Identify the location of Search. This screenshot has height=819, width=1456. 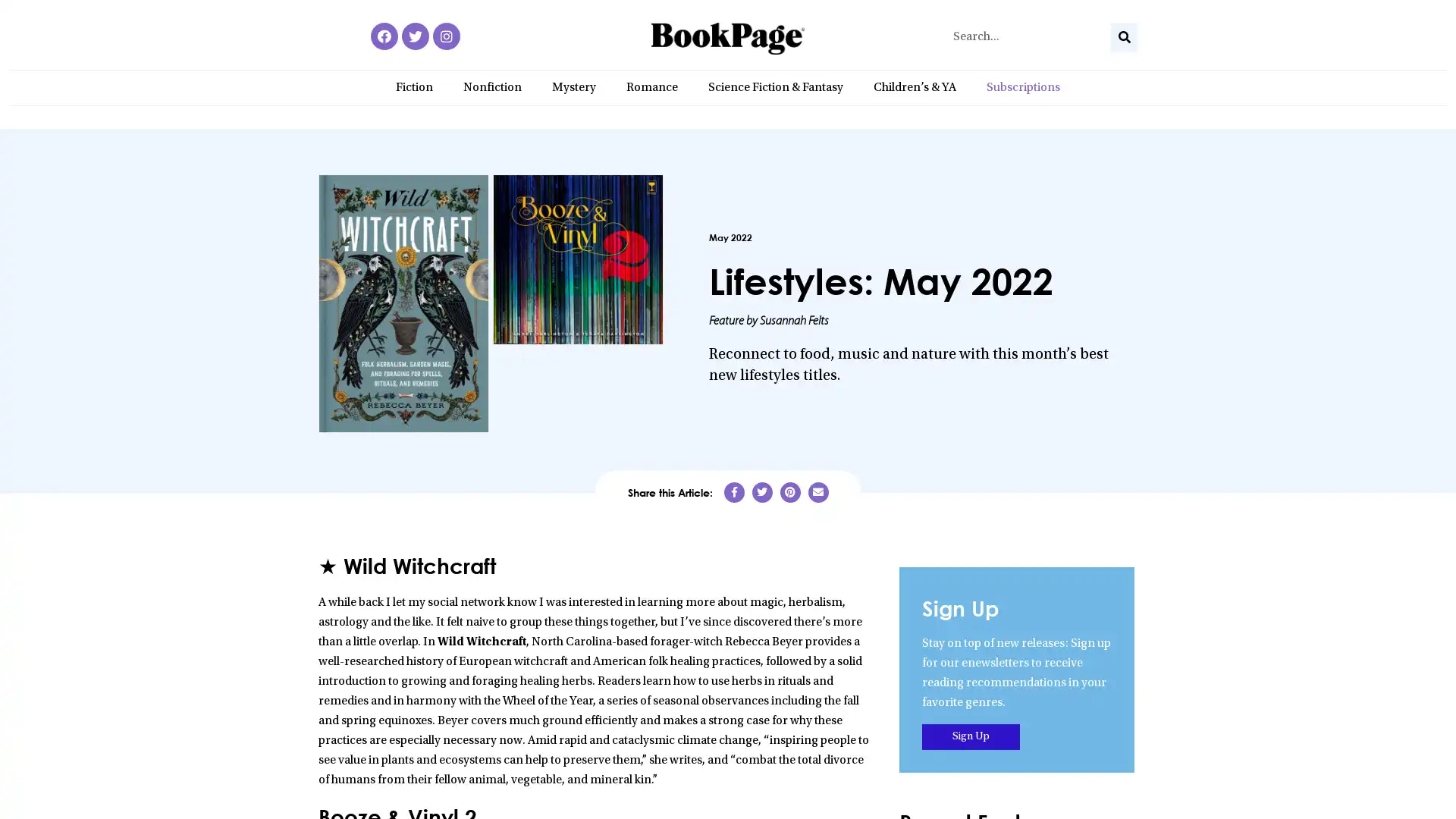
(1124, 36).